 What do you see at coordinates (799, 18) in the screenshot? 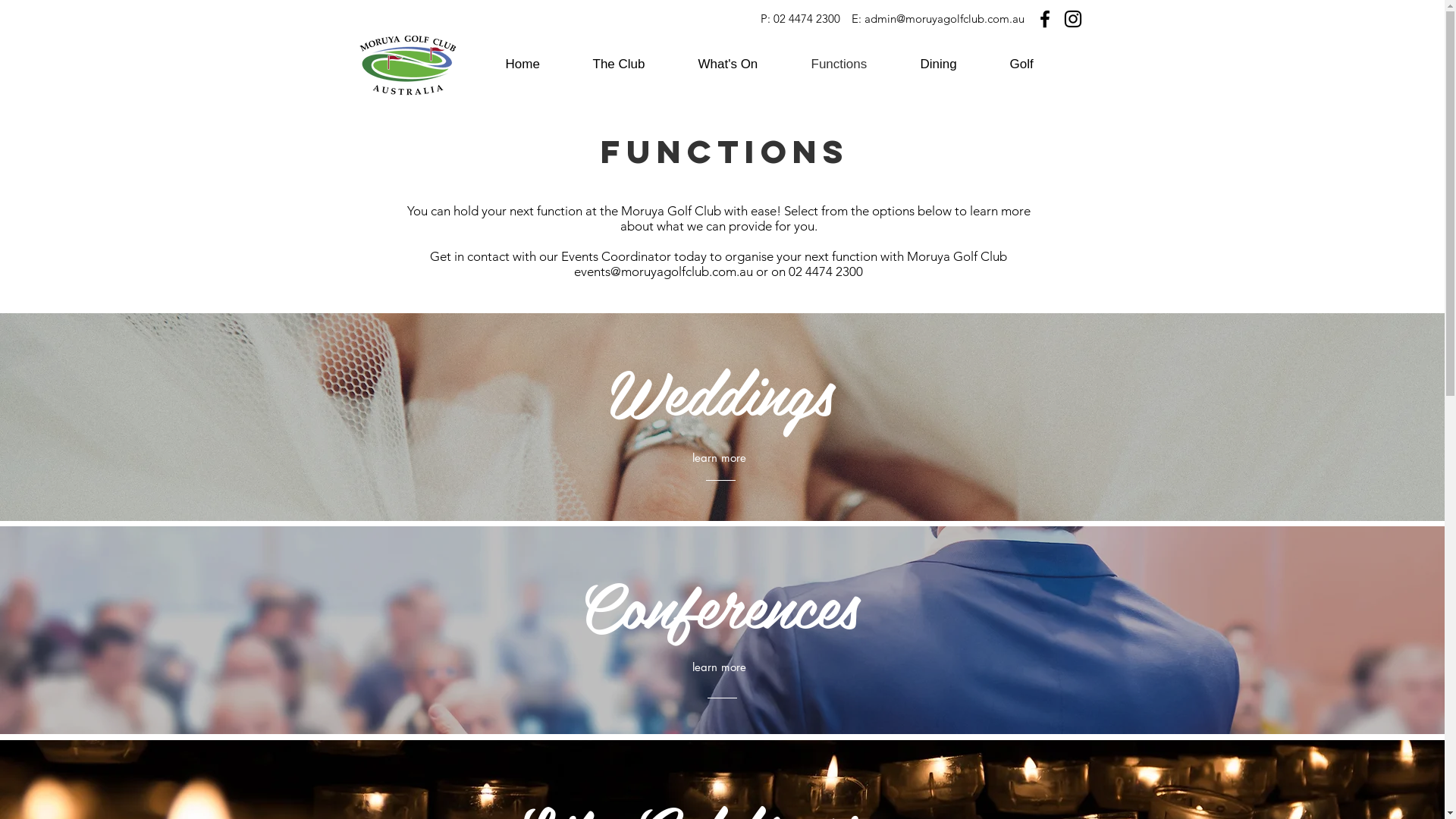
I see `'P: 02 4474 2300'` at bounding box center [799, 18].